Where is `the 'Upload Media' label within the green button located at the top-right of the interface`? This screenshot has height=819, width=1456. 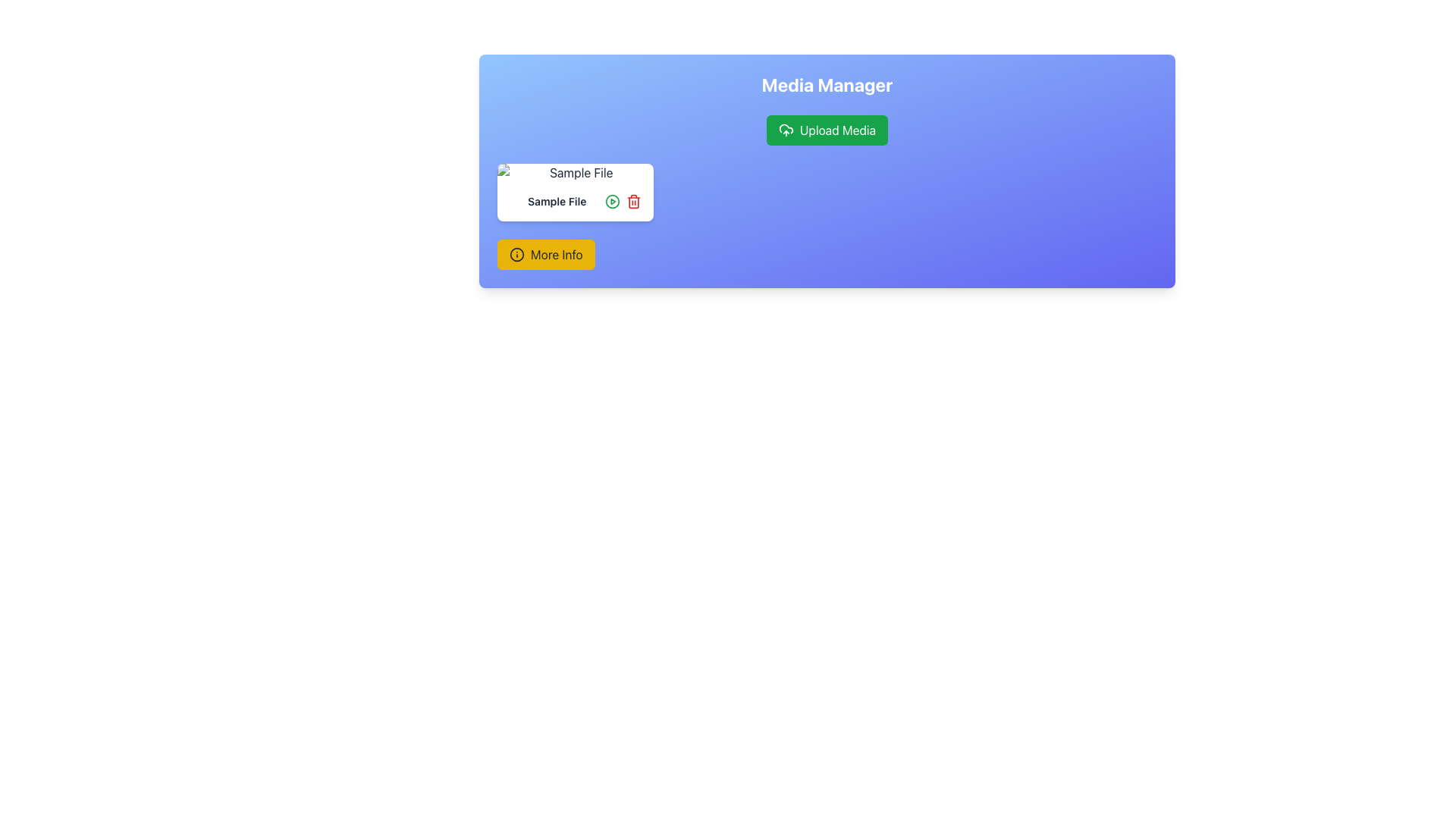
the 'Upload Media' label within the green button located at the top-right of the interface is located at coordinates (836, 130).